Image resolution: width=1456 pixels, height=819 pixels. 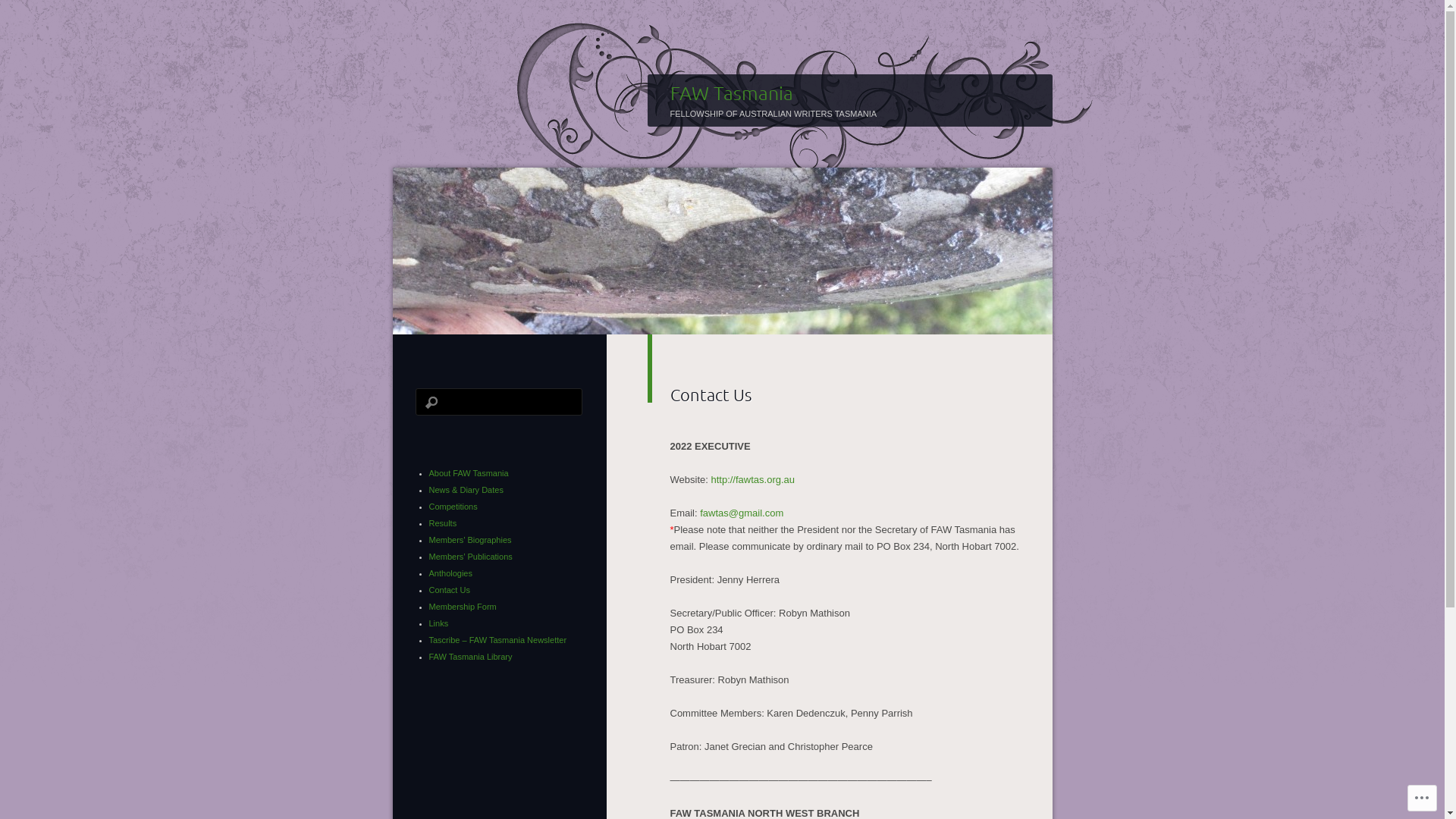 What do you see at coordinates (428, 489) in the screenshot?
I see `'News & Diary Dates'` at bounding box center [428, 489].